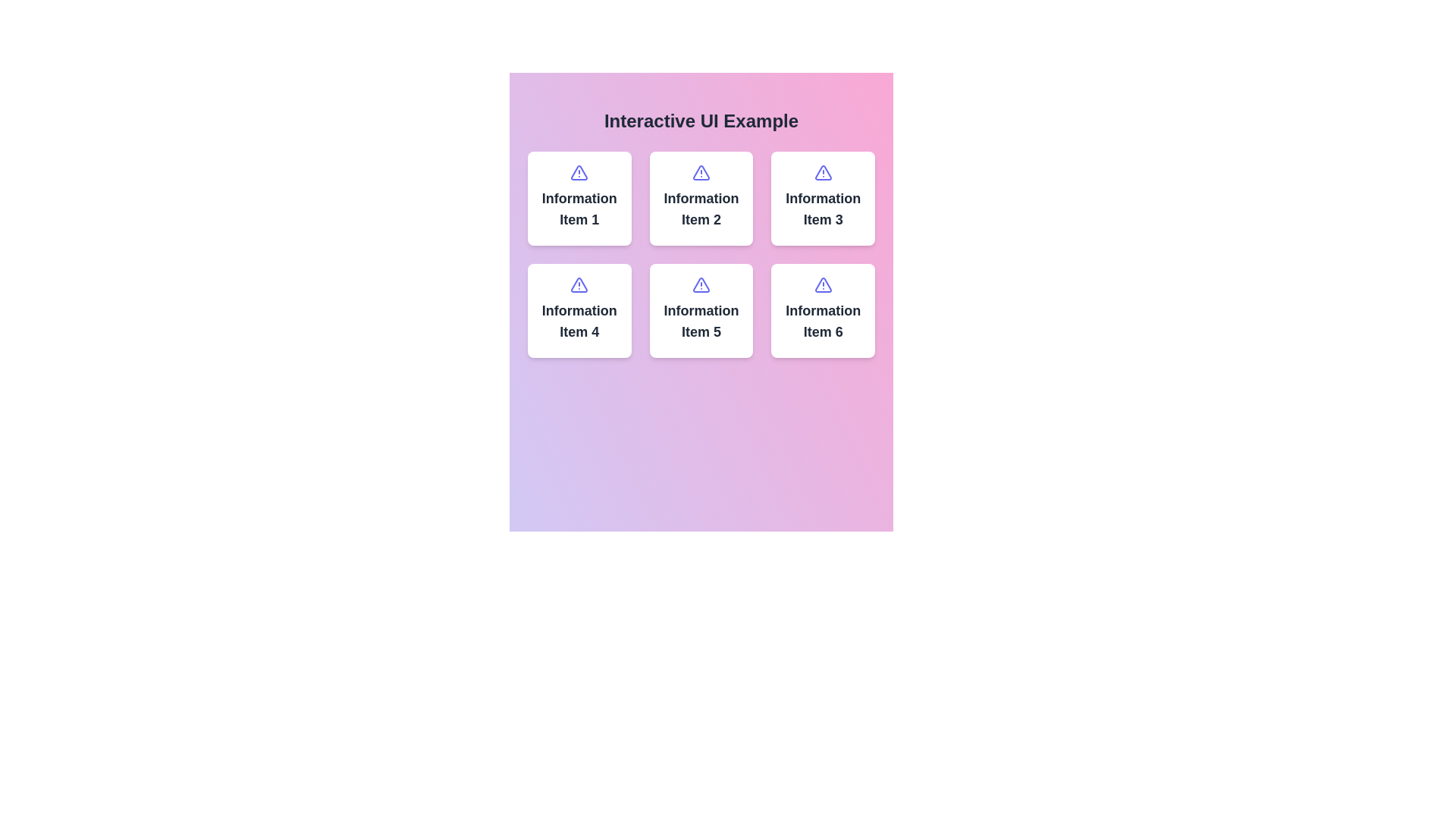 Image resolution: width=1456 pixels, height=819 pixels. Describe the element at coordinates (579, 171) in the screenshot. I see `the top-left triangular warning icon in the grid layout under the heading 'Interactive UI Example'` at that location.